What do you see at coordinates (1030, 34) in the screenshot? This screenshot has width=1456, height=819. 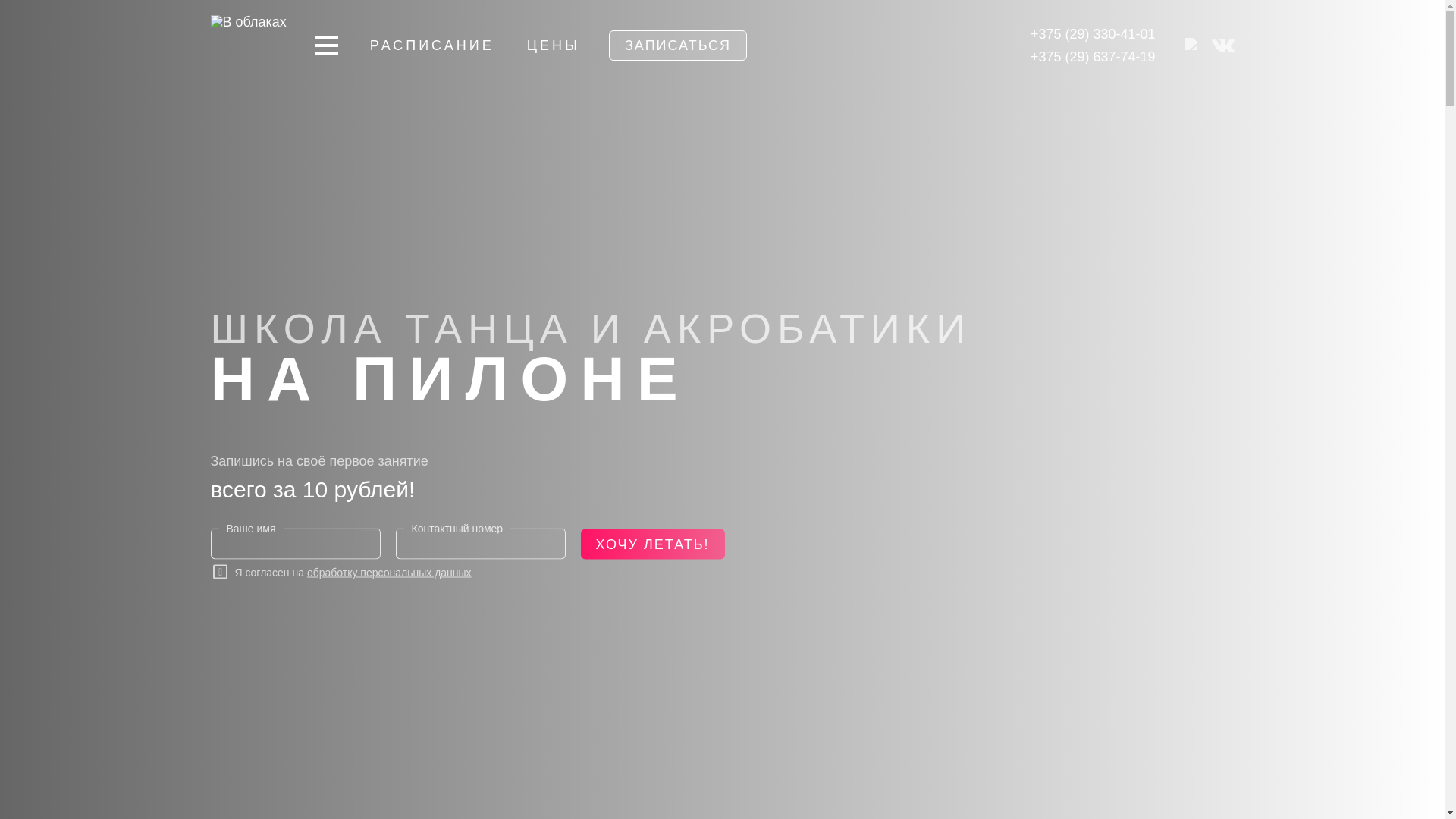 I see `'+375 (29) 330-41-01'` at bounding box center [1030, 34].